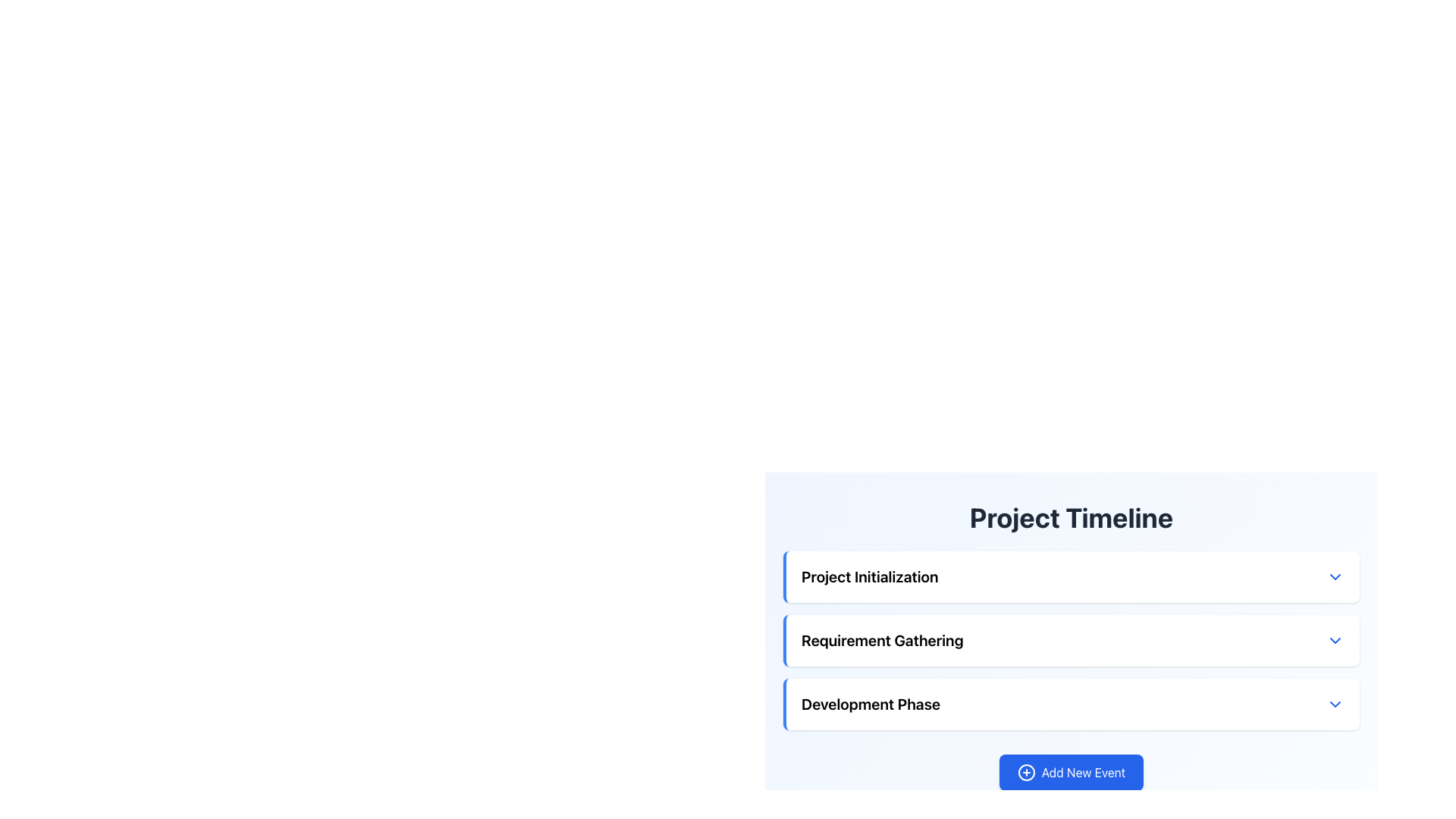 Image resolution: width=1456 pixels, height=819 pixels. What do you see at coordinates (871, 704) in the screenshot?
I see `the 'Development Phase' text label, which indicates a specific phase in the project timeline and is the third item in the steps tracker of the 'Project Timeline' list` at bounding box center [871, 704].